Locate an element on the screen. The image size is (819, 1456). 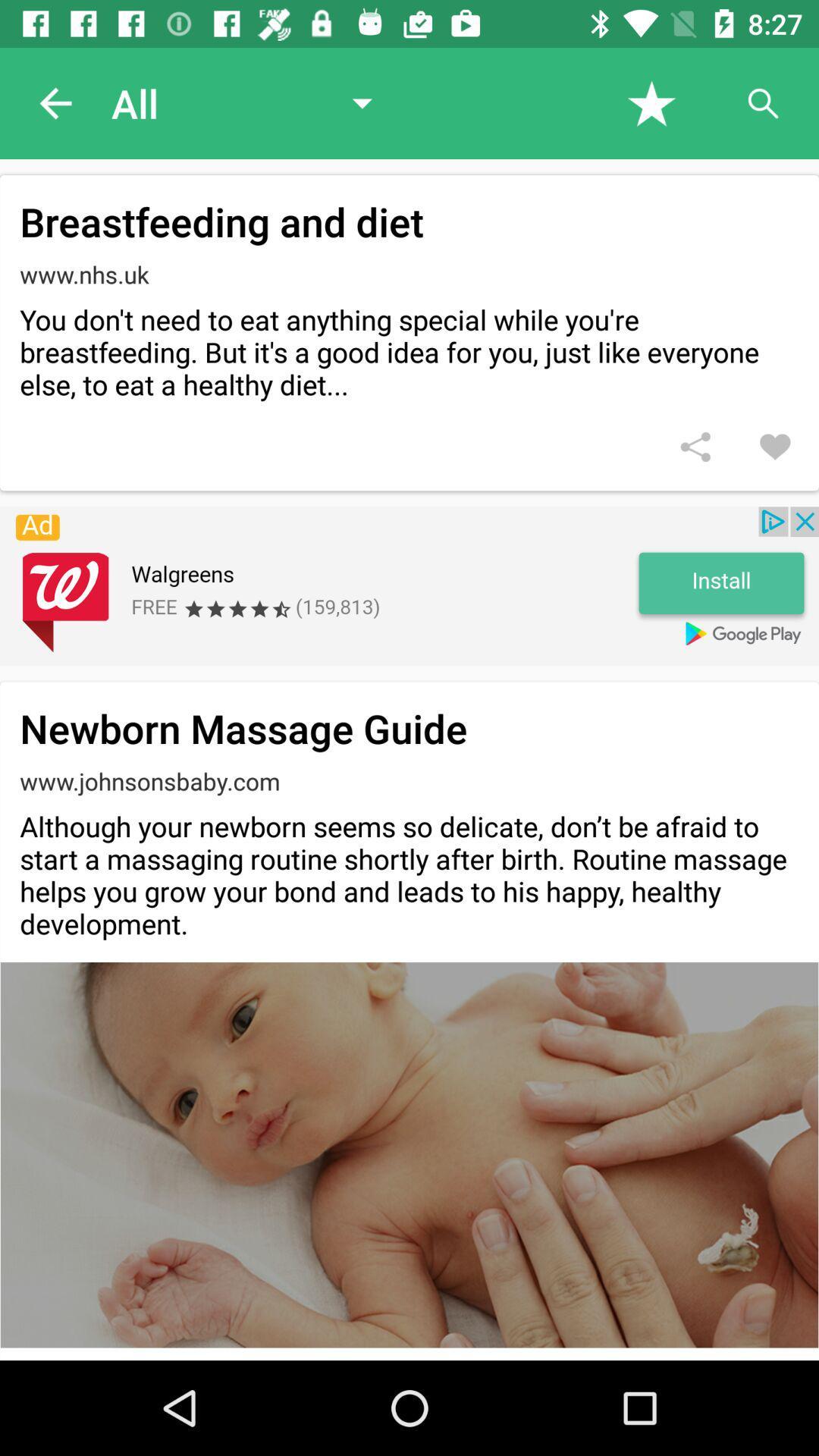
search app is located at coordinates (763, 102).